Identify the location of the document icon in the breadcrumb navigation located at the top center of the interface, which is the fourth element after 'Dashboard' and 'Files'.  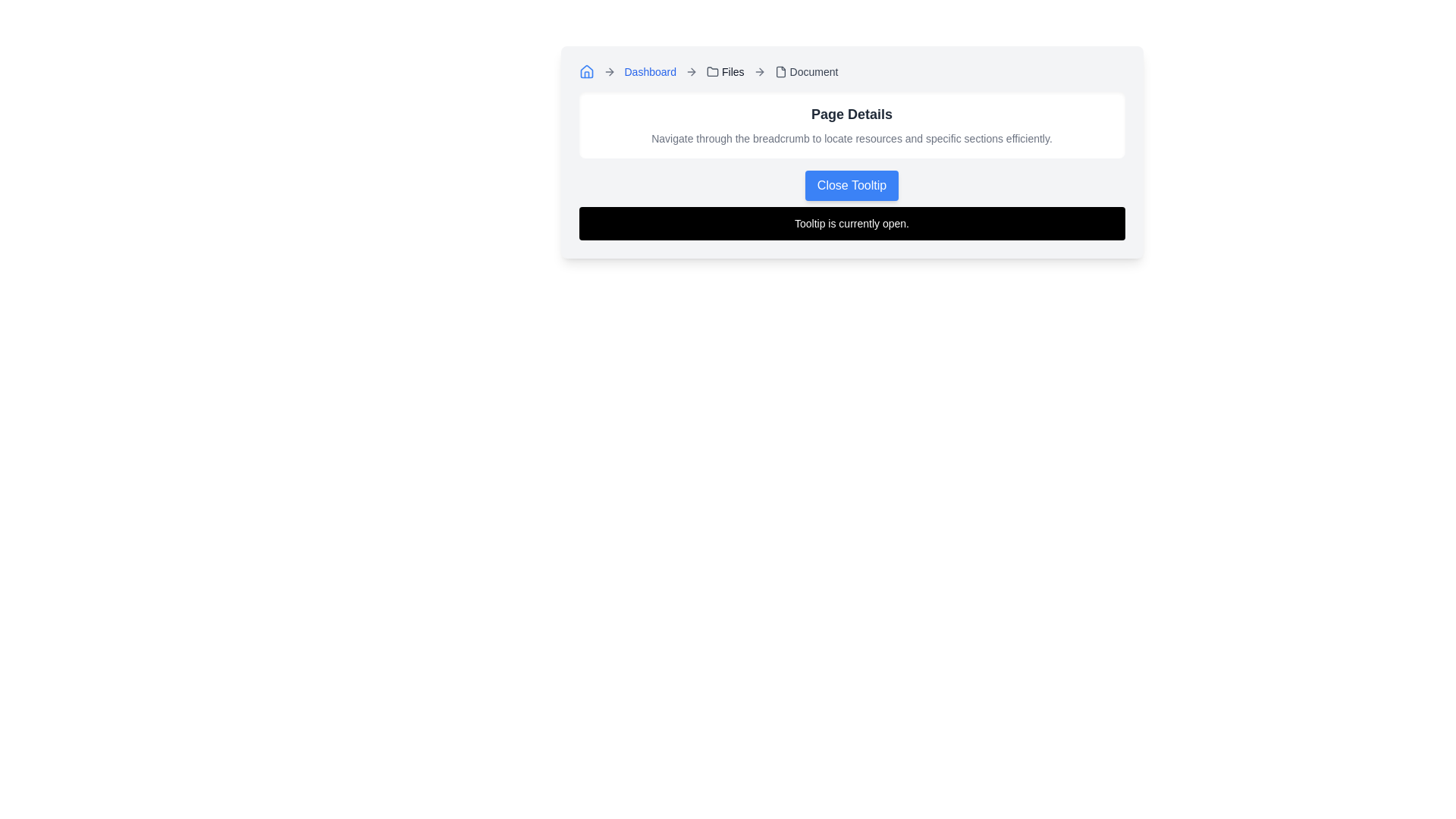
(780, 72).